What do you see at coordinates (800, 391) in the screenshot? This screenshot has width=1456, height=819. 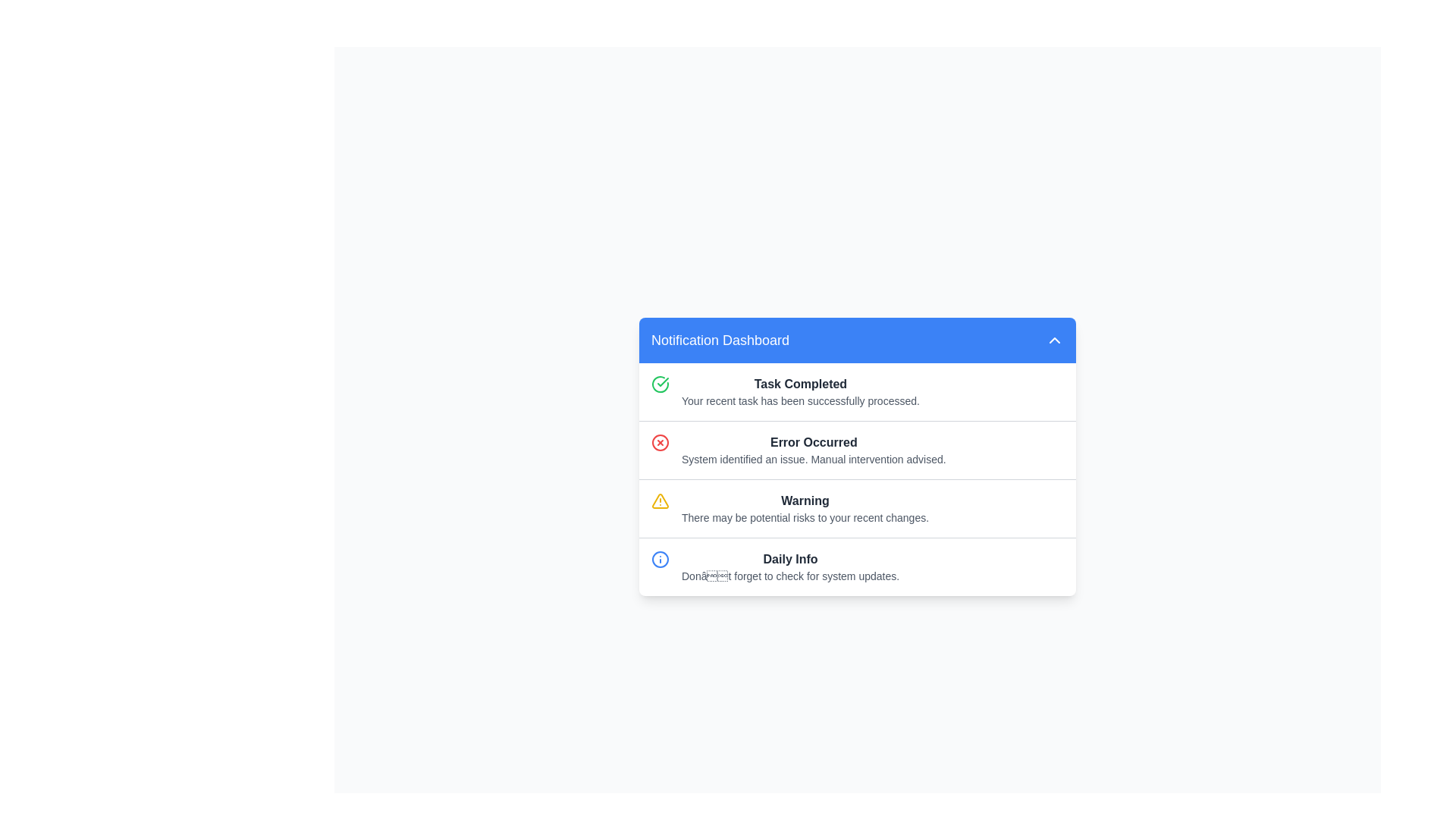 I see `text content from the Text block notification displaying 'Task Completed' and 'Your recent task has been successfully processed.'` at bounding box center [800, 391].